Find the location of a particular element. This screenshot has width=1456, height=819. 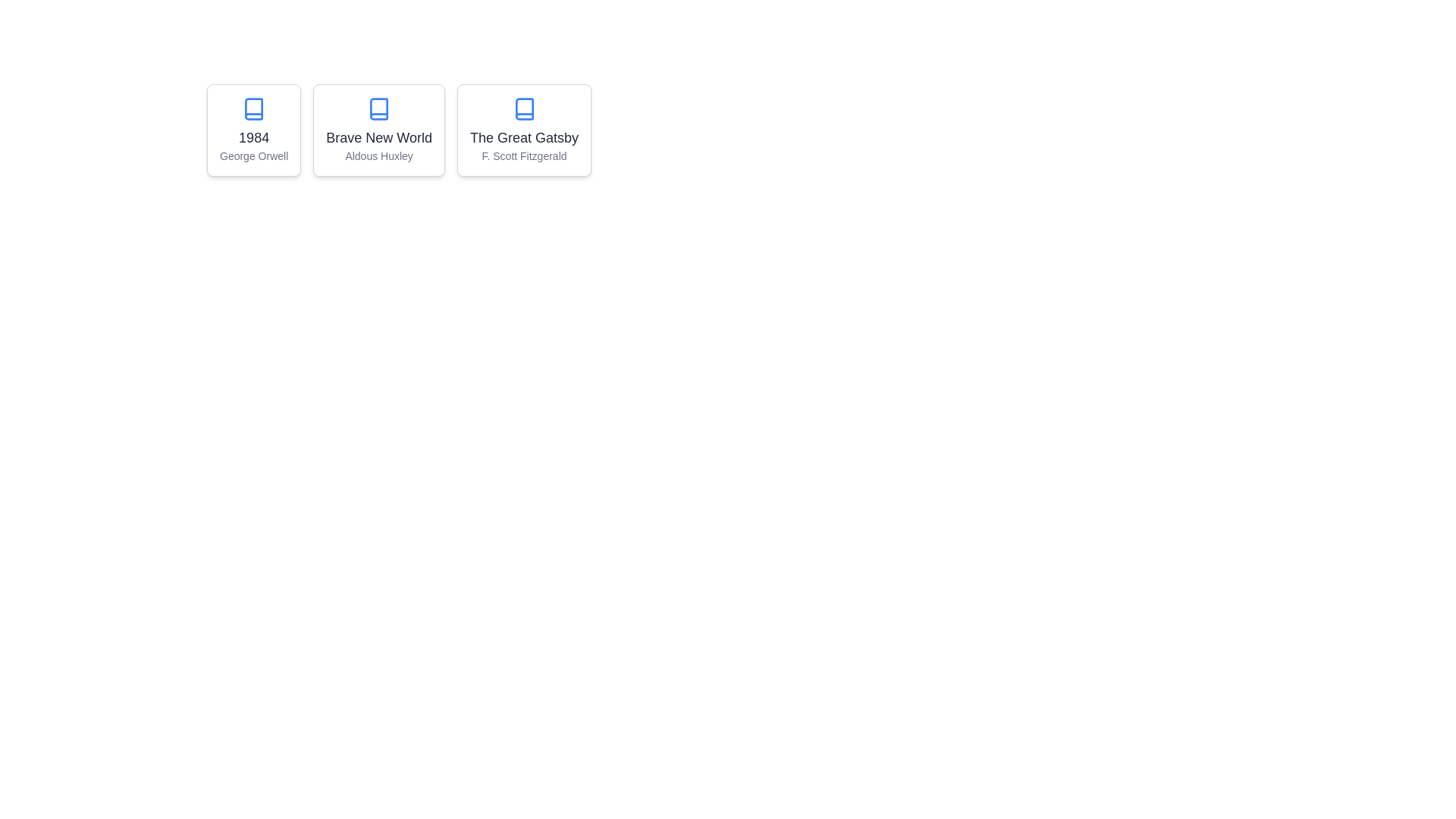

the text label that reads 'The Great Gatsby', which is styled in a large font size, medium weight, and dark gray color, located within a card displaying the book's details is located at coordinates (524, 137).